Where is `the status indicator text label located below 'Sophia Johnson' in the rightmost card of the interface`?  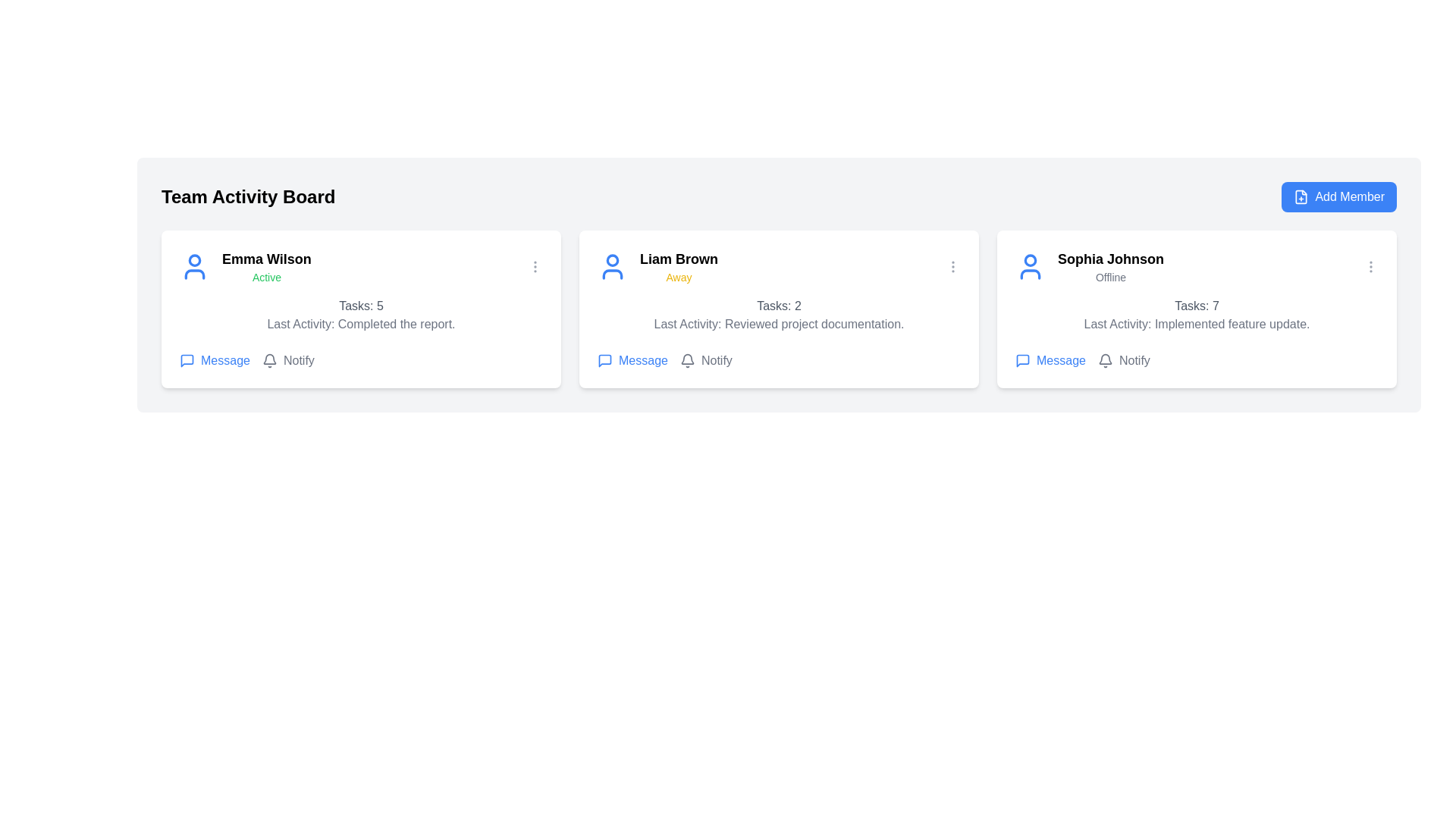 the status indicator text label located below 'Sophia Johnson' in the rightmost card of the interface is located at coordinates (1110, 278).